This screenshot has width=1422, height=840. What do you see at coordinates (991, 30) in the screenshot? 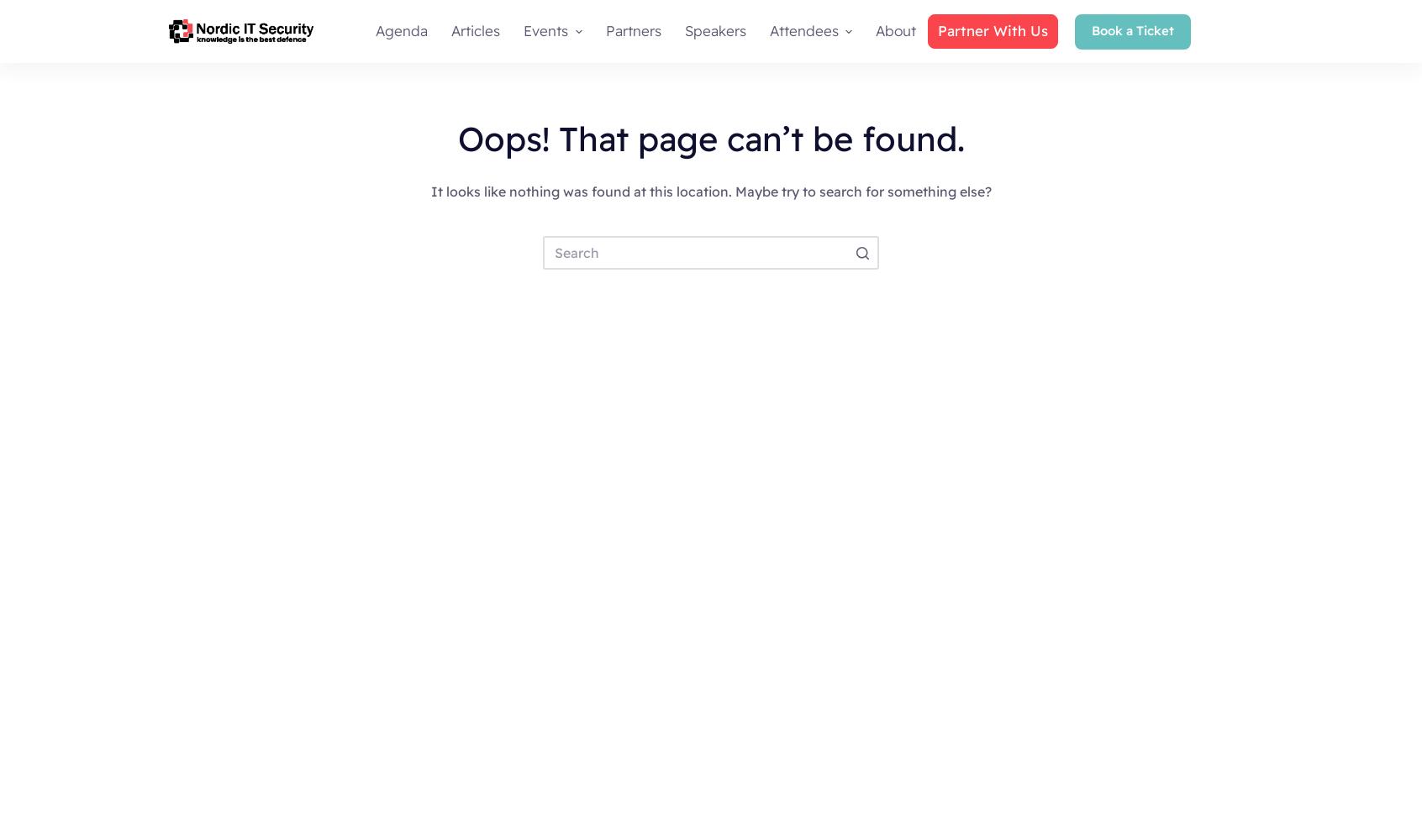
I see `'Partner With Us'` at bounding box center [991, 30].